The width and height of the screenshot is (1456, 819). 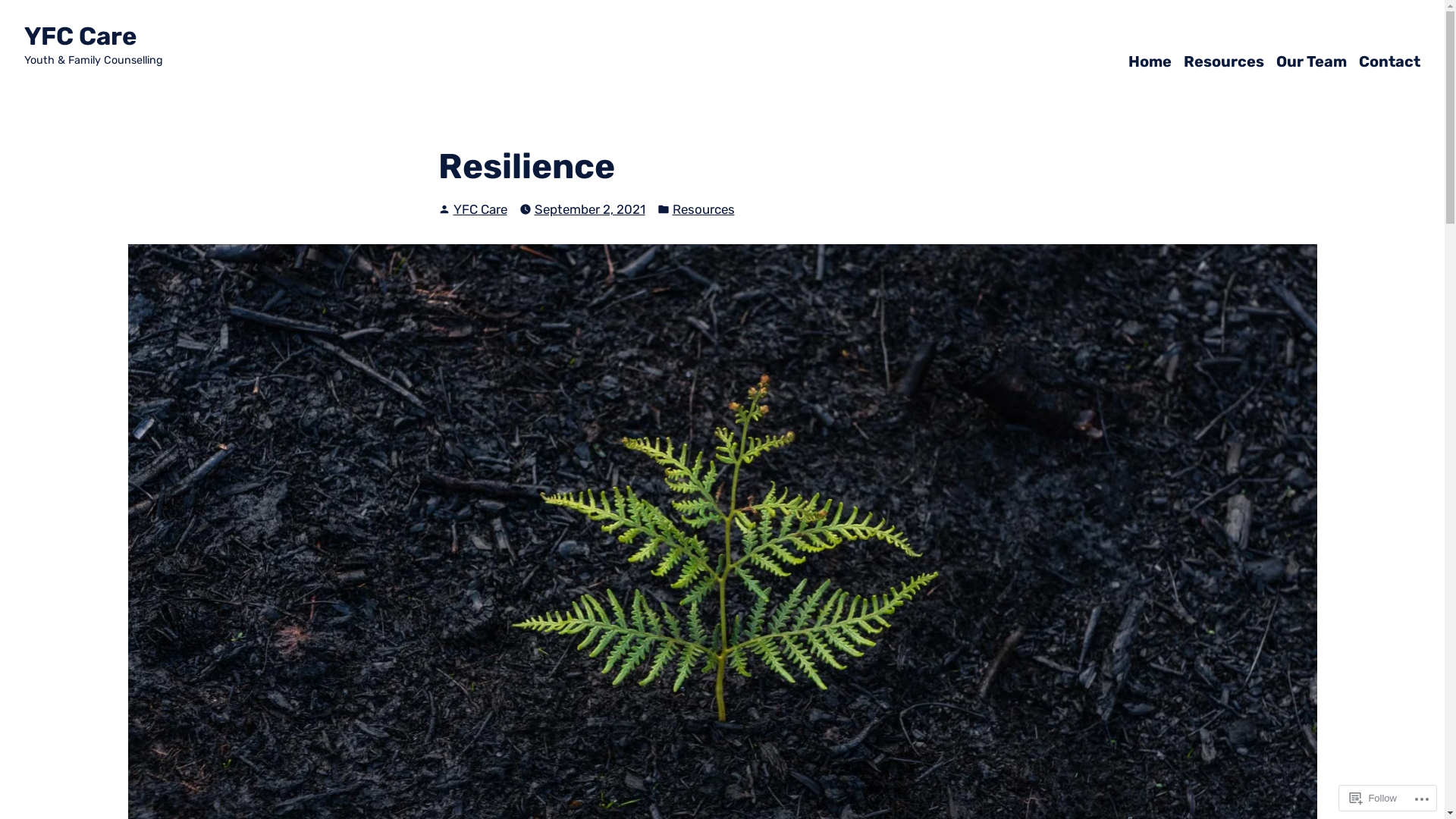 I want to click on 'Resources', so click(x=701, y=209).